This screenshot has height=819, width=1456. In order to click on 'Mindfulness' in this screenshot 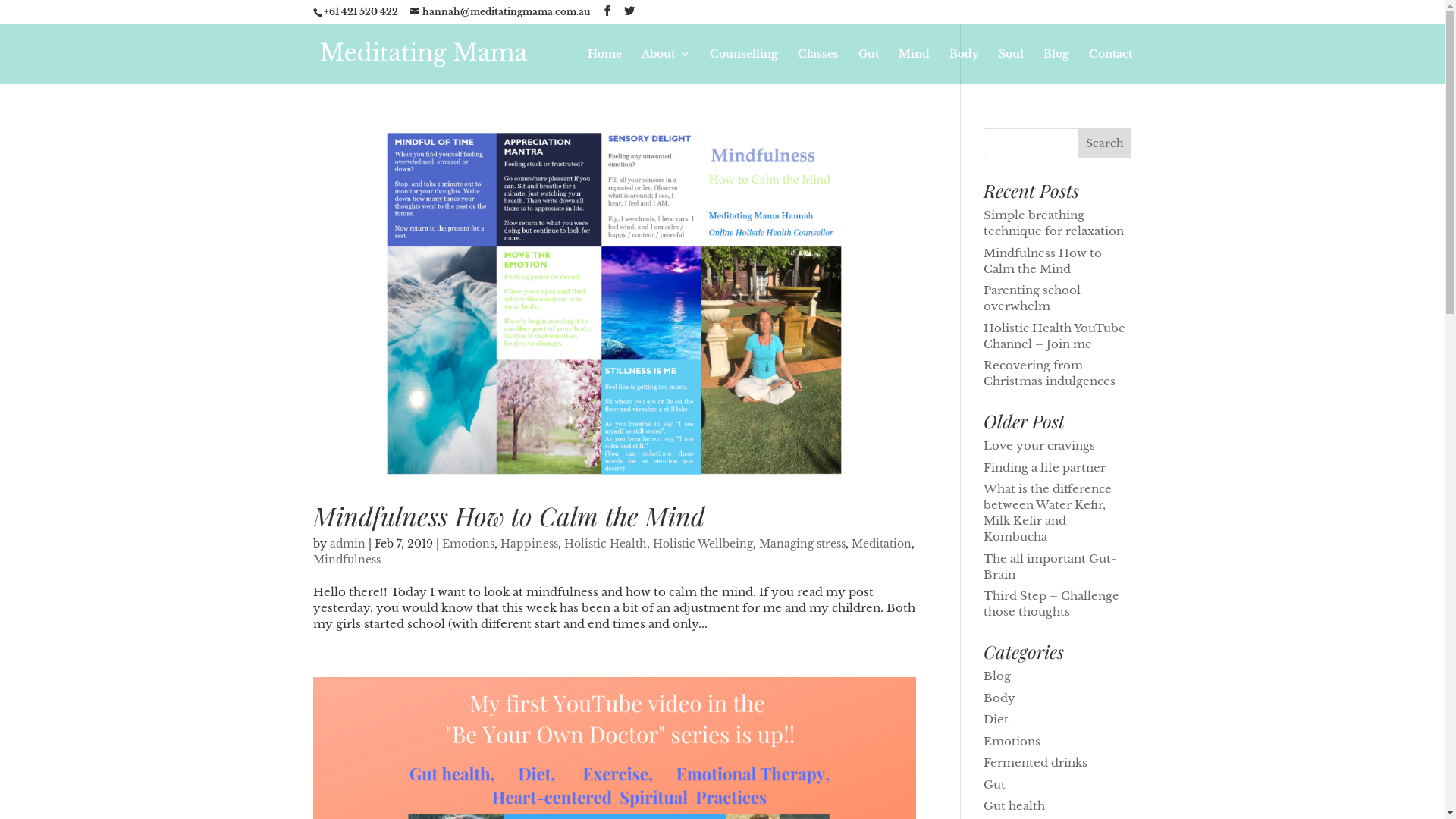, I will do `click(345, 559)`.